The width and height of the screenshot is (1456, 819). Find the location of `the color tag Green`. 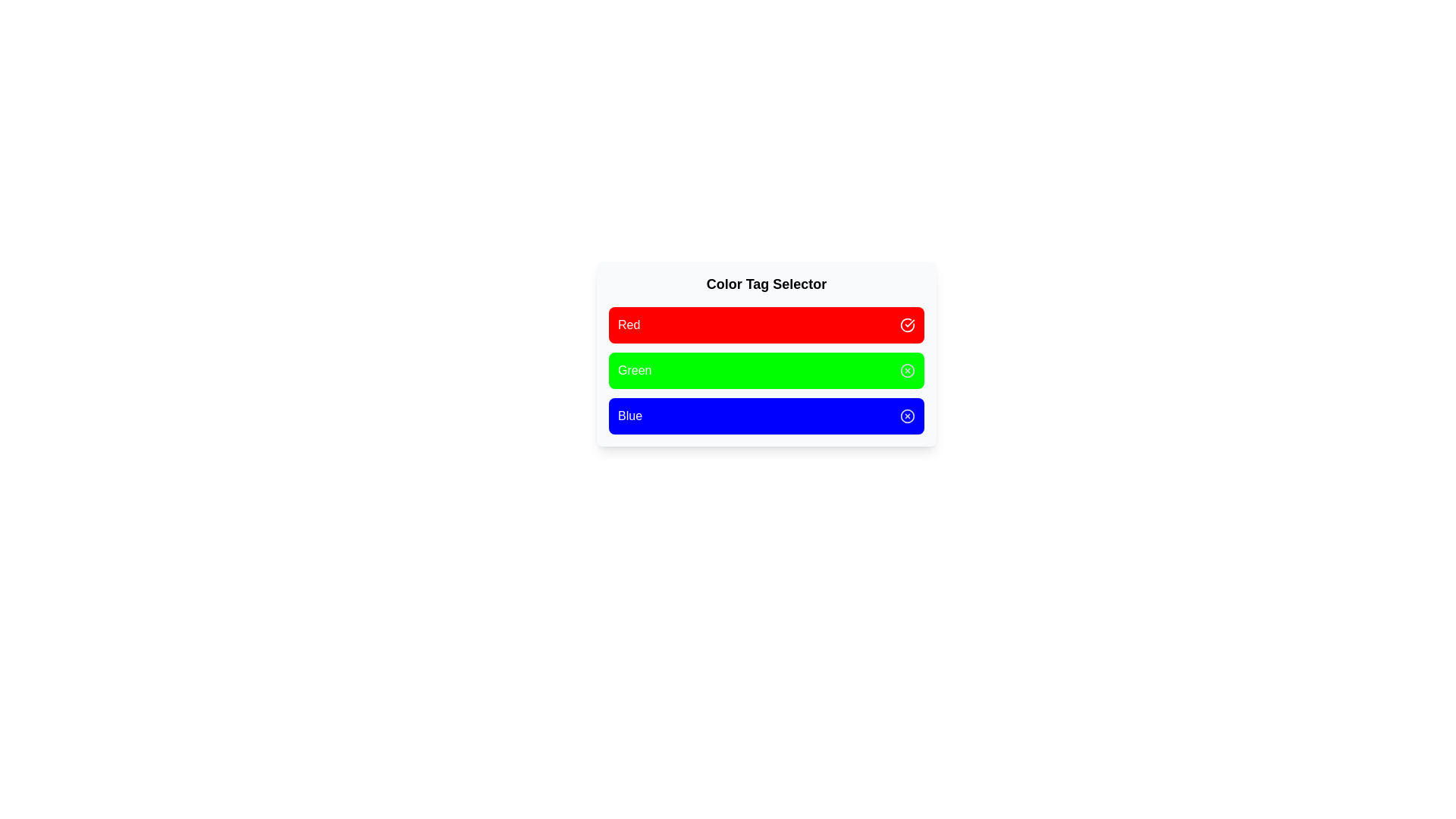

the color tag Green is located at coordinates (767, 371).